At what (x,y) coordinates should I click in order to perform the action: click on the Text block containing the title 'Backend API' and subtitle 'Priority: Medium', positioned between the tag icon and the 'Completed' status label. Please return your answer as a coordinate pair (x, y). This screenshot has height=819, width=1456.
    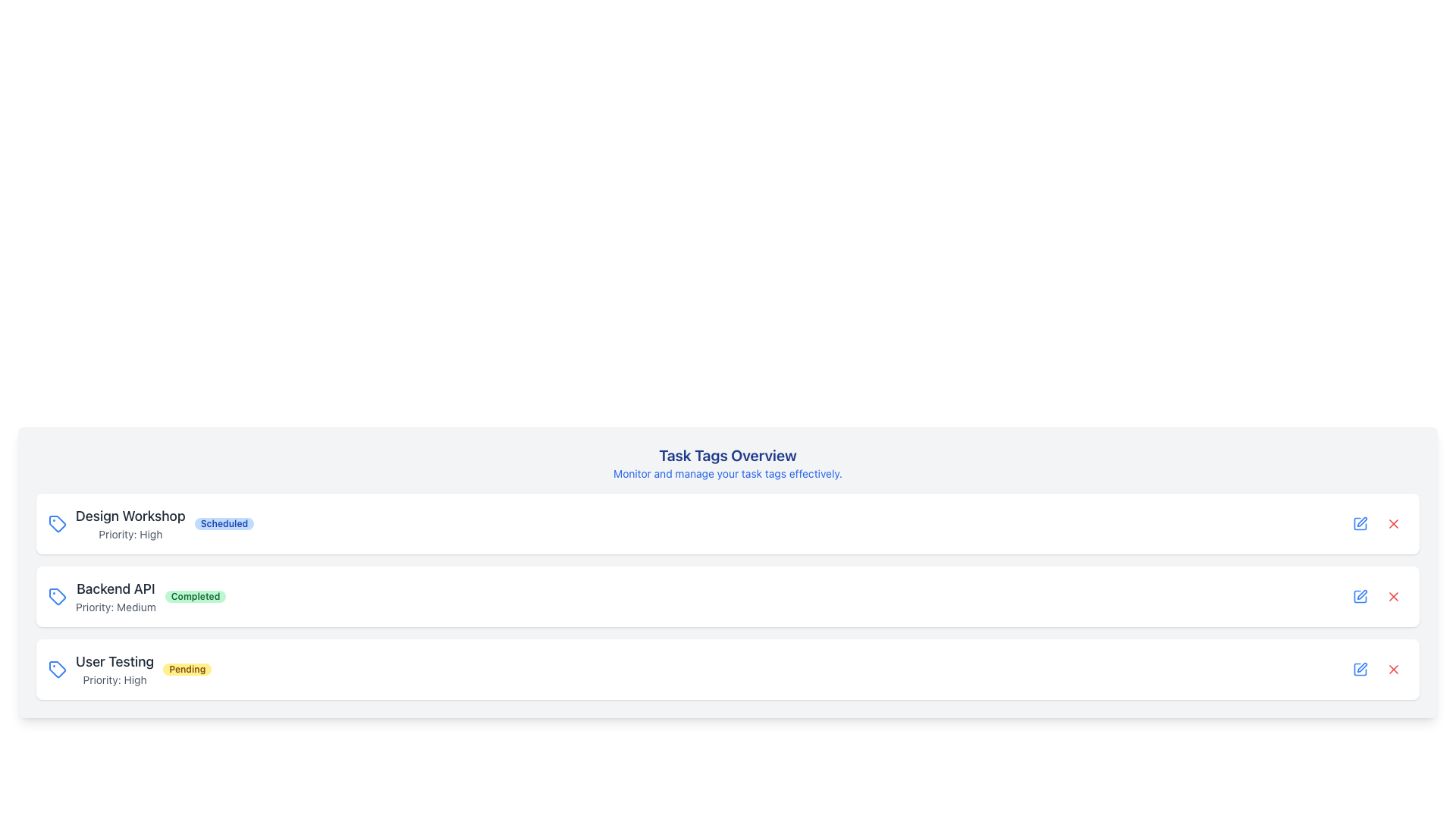
    Looking at the image, I should click on (115, 595).